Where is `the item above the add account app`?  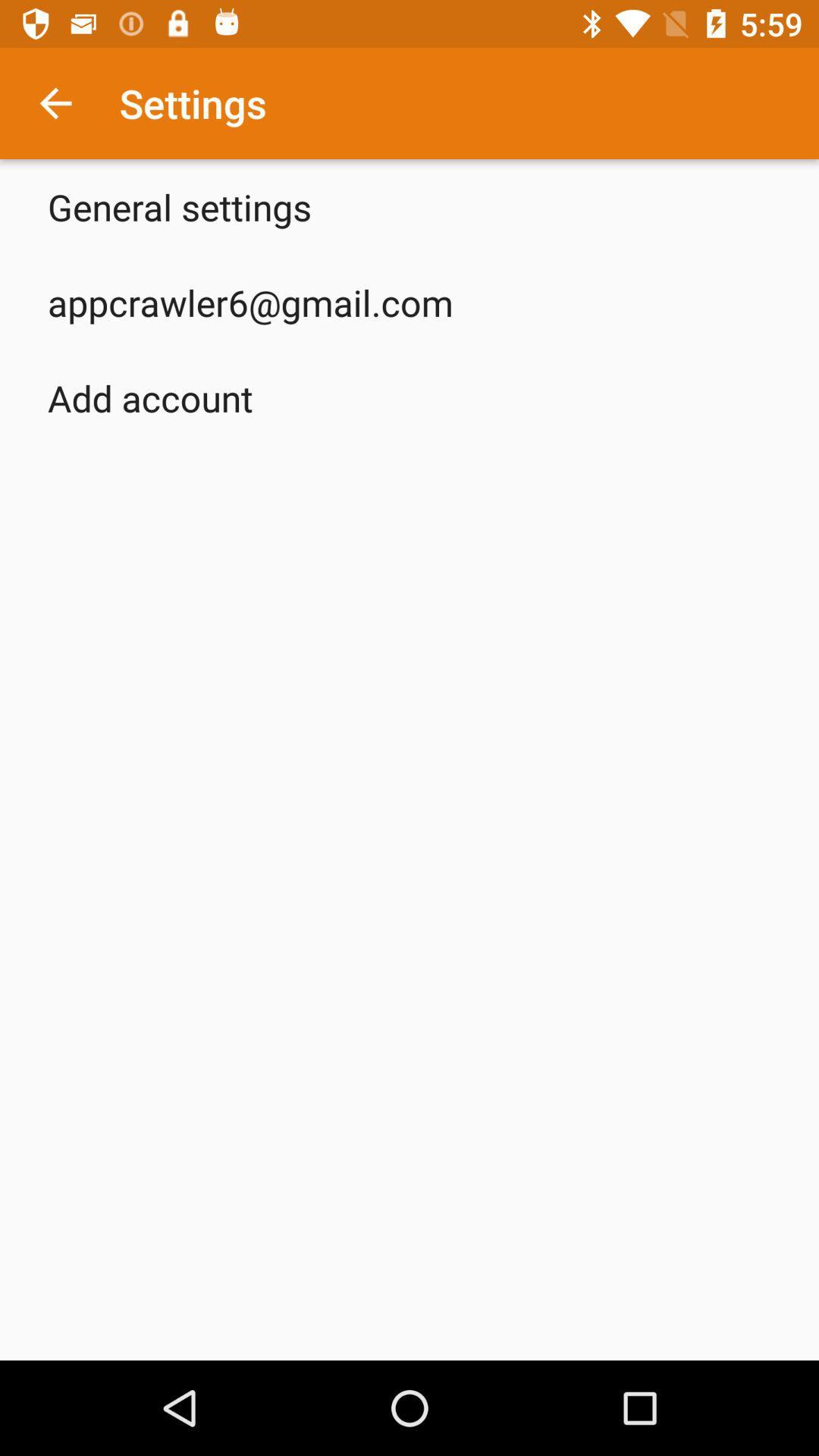 the item above the add account app is located at coordinates (249, 302).